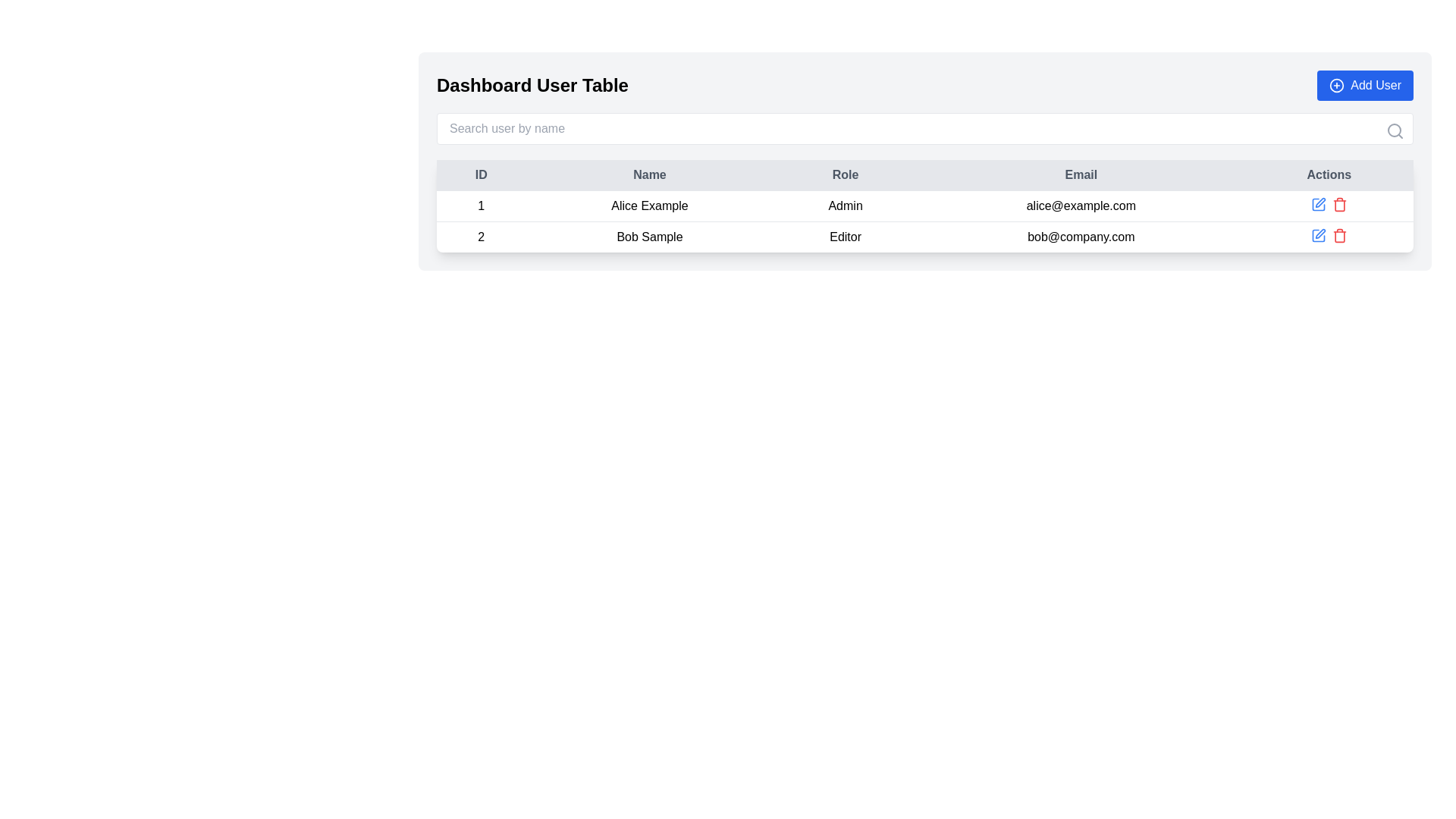 The height and width of the screenshot is (819, 1456). What do you see at coordinates (1080, 237) in the screenshot?
I see `the email address 'bob@company.com' located in the 'Email' column of the user data table for 'Bob Sample'` at bounding box center [1080, 237].